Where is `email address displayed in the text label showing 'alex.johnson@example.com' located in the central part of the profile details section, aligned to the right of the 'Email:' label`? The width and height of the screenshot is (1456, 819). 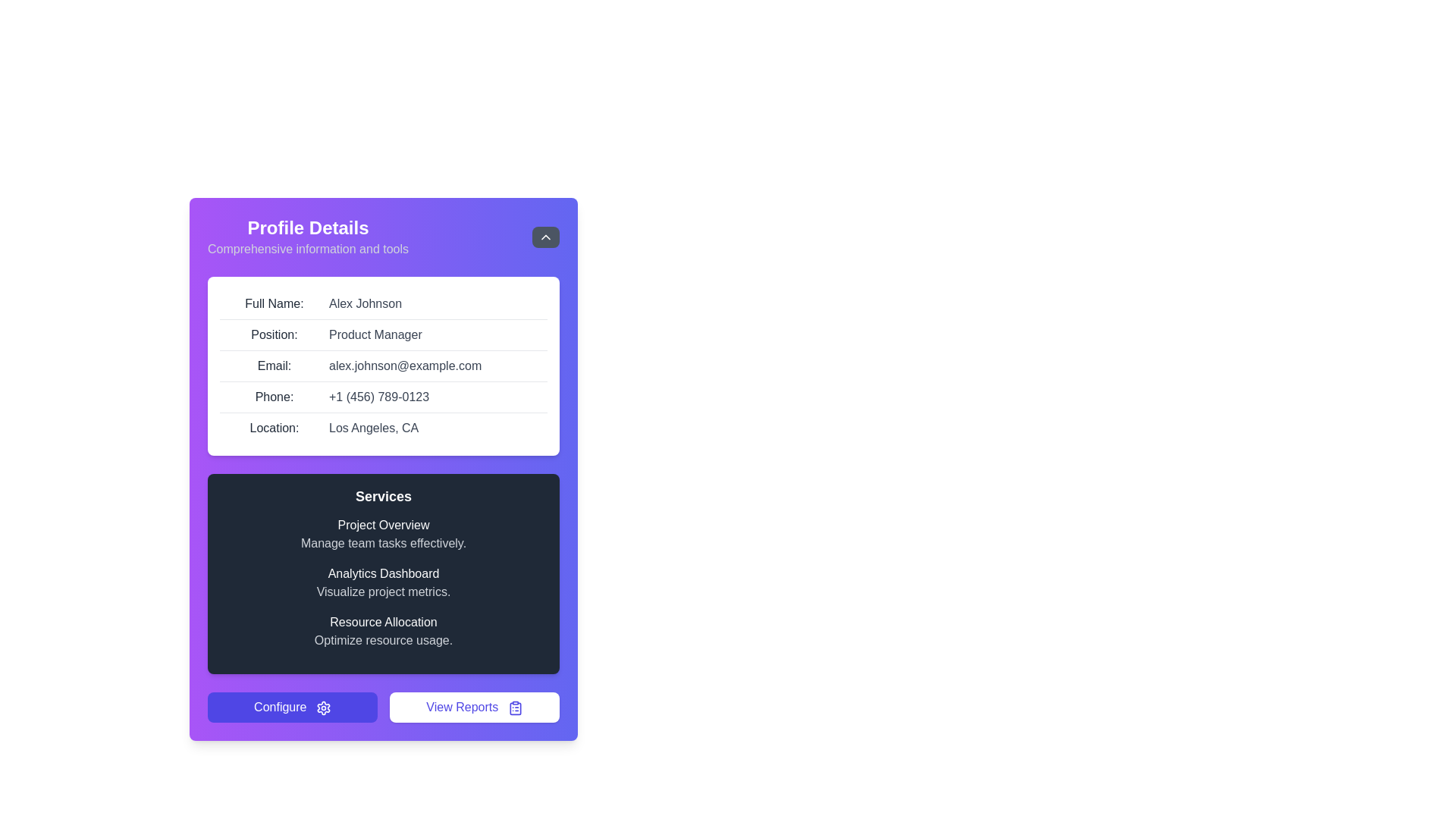
email address displayed in the text label showing 'alex.johnson@example.com' located in the central part of the profile details section, aligned to the right of the 'Email:' label is located at coordinates (405, 366).